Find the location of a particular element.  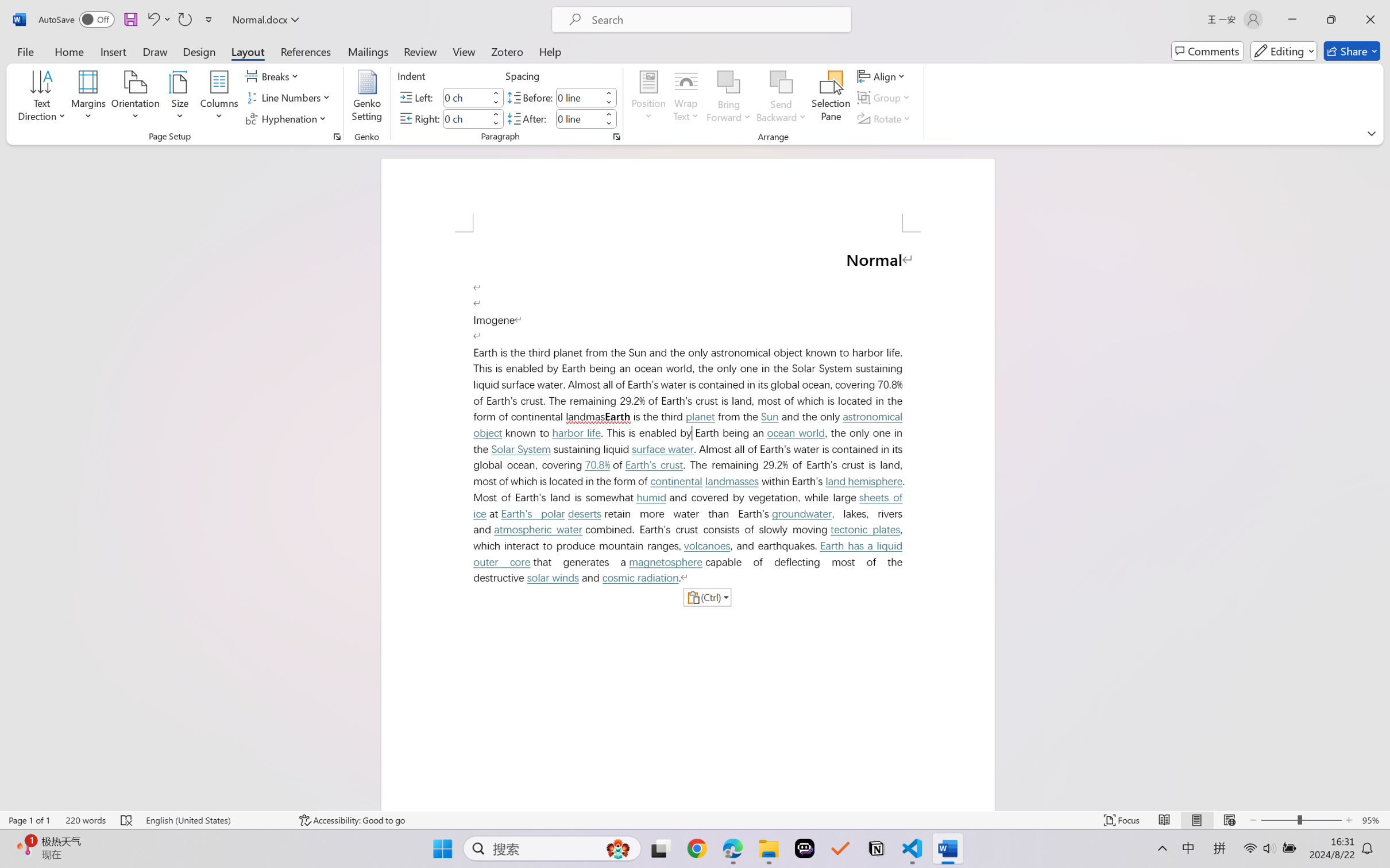

'tectonic plates' is located at coordinates (866, 529).